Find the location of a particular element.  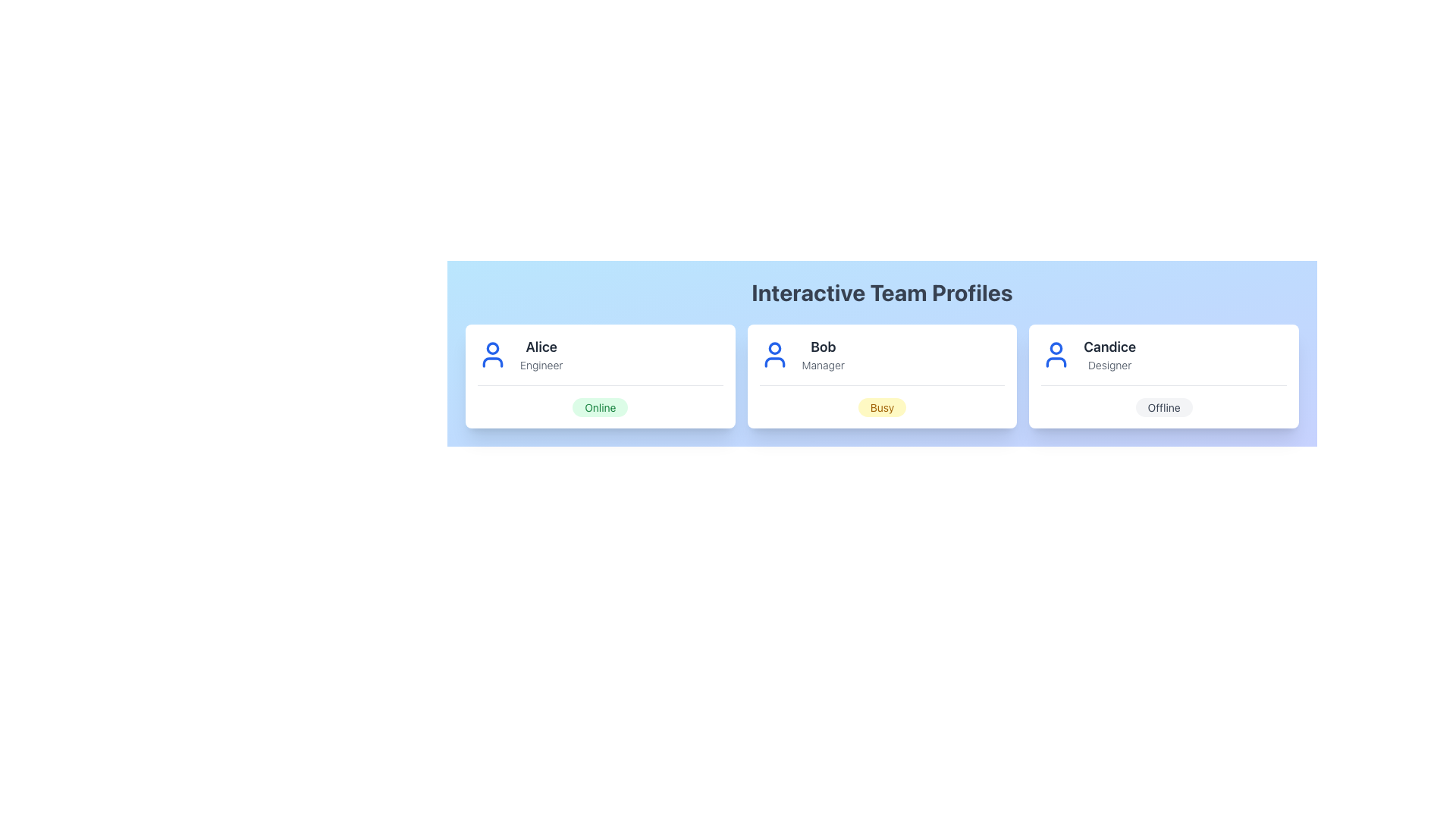

the offline status badge indicating that Candice is currently offline, located near the bottom center of her user card, which is the rightmost card in a series of three is located at coordinates (1163, 406).